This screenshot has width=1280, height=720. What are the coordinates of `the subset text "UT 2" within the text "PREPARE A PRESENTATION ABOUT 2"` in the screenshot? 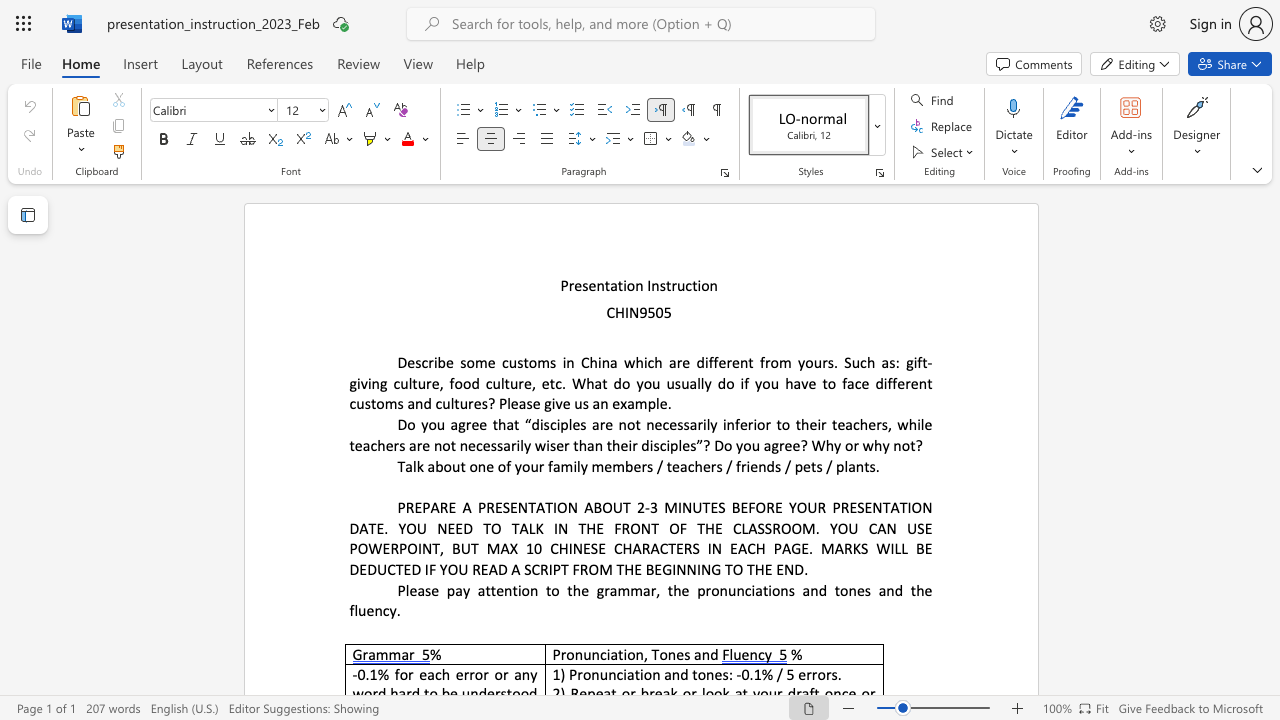 It's located at (611, 506).